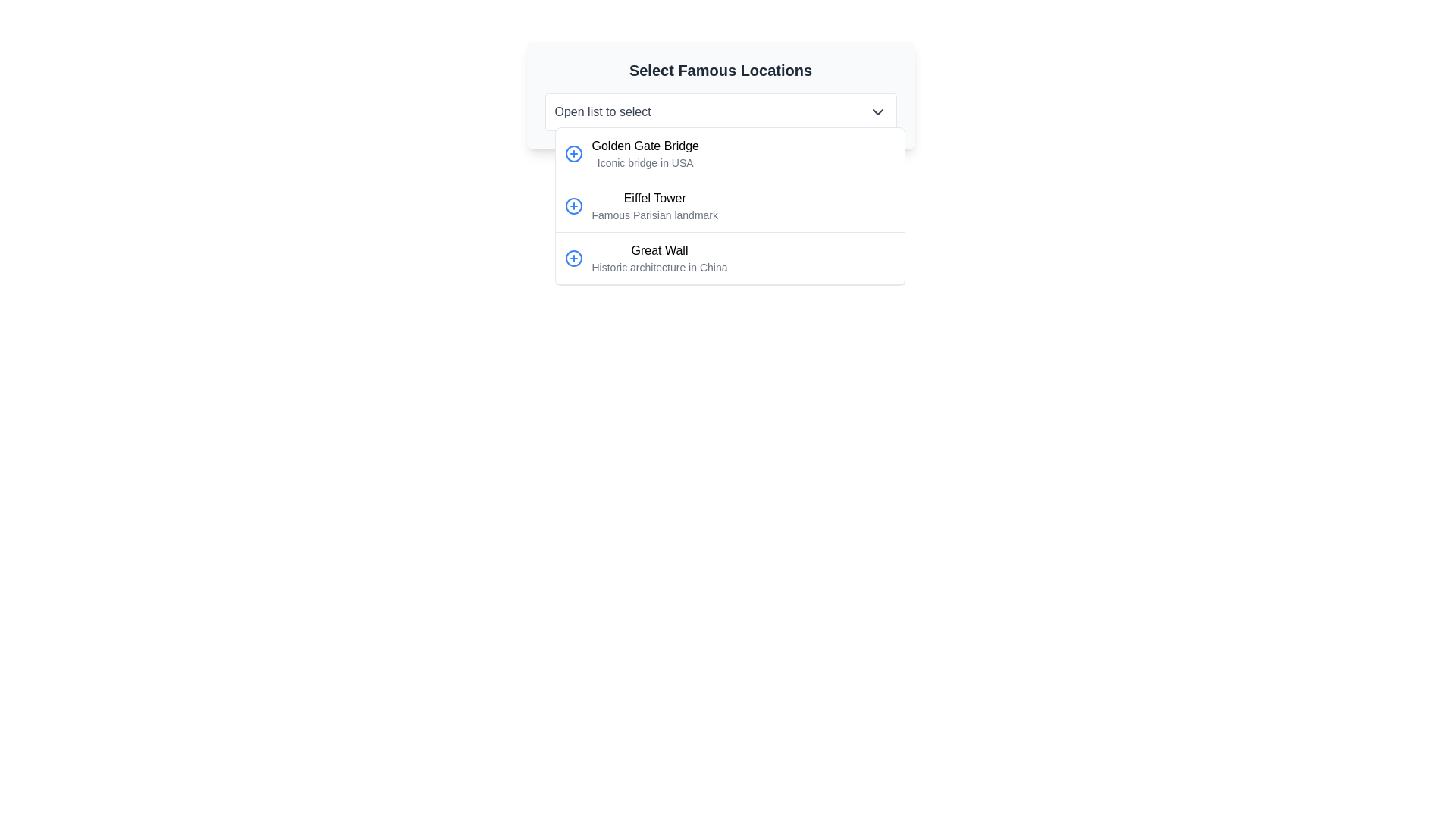 The width and height of the screenshot is (1456, 819). I want to click on the 'Golden Gate Bridge' text label in the dropdown menu under 'Select Famous Locations', which is positioned above the description 'Iconic bridge in USA', so click(645, 146).